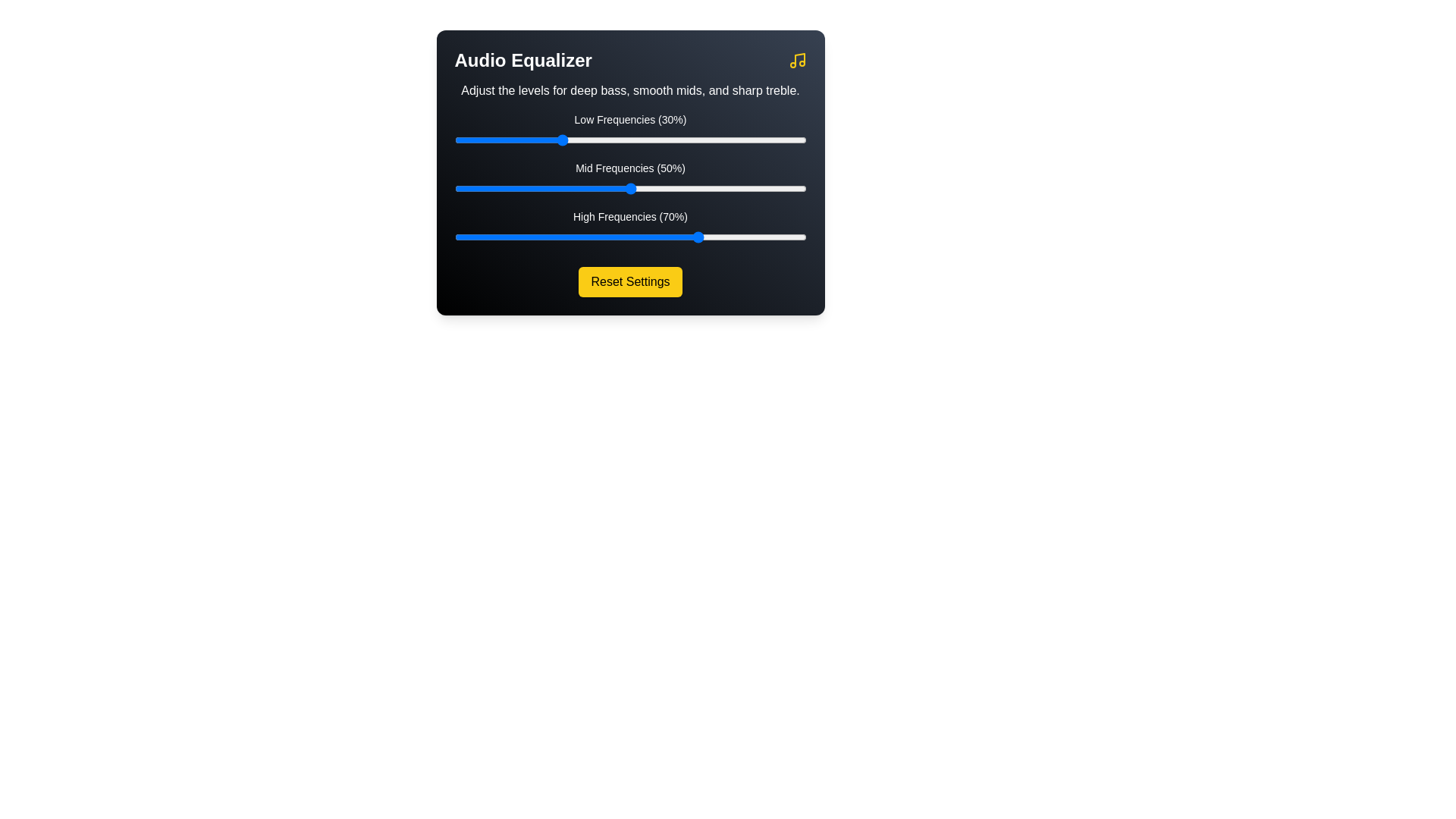  What do you see at coordinates (703, 140) in the screenshot?
I see `the low frequency slider to 71%` at bounding box center [703, 140].